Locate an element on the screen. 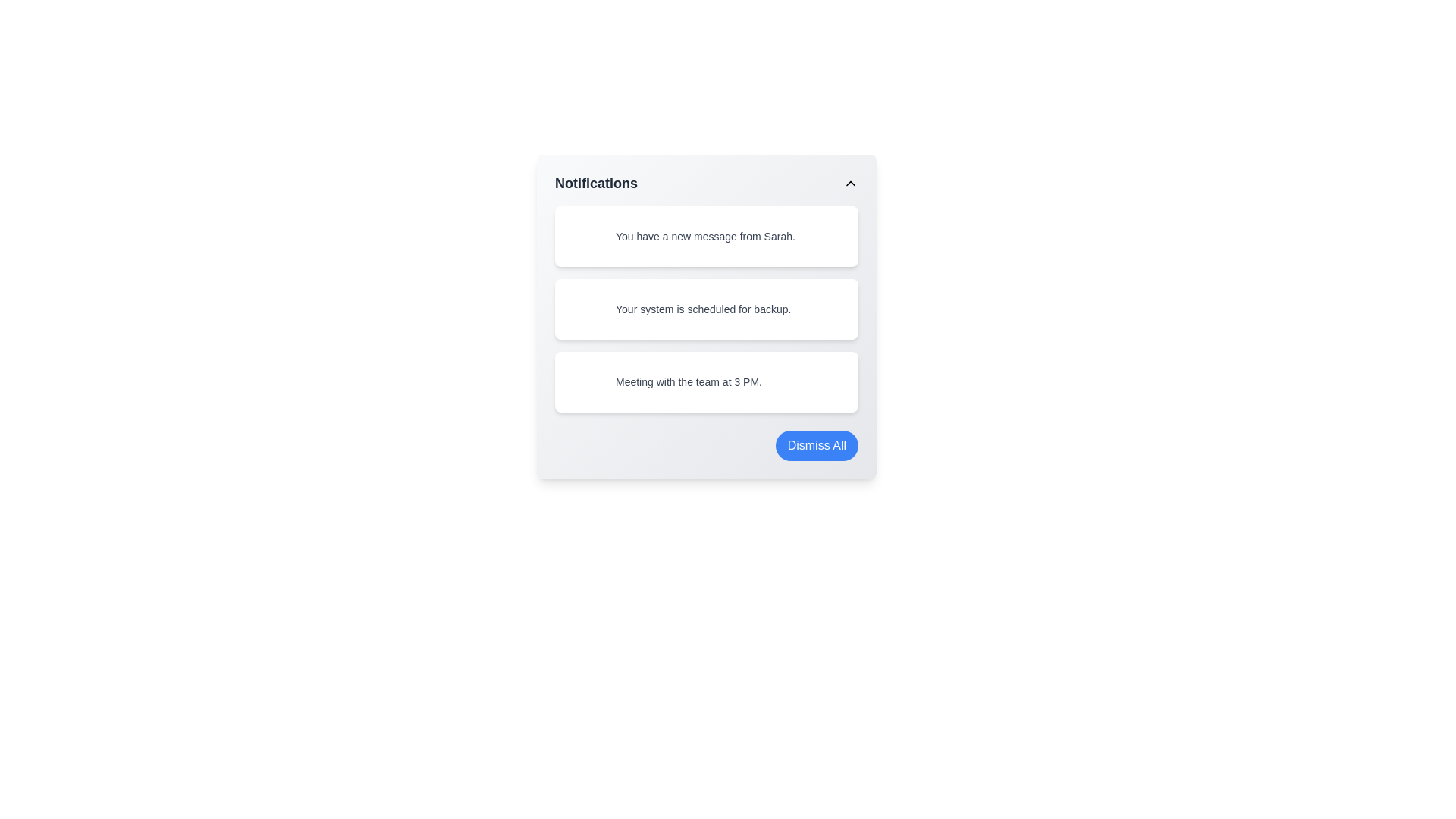  text label that displays 'Meeting with the team at 3 PM.' positioned in a white rounded box as the third item in a list of notifications is located at coordinates (688, 381).